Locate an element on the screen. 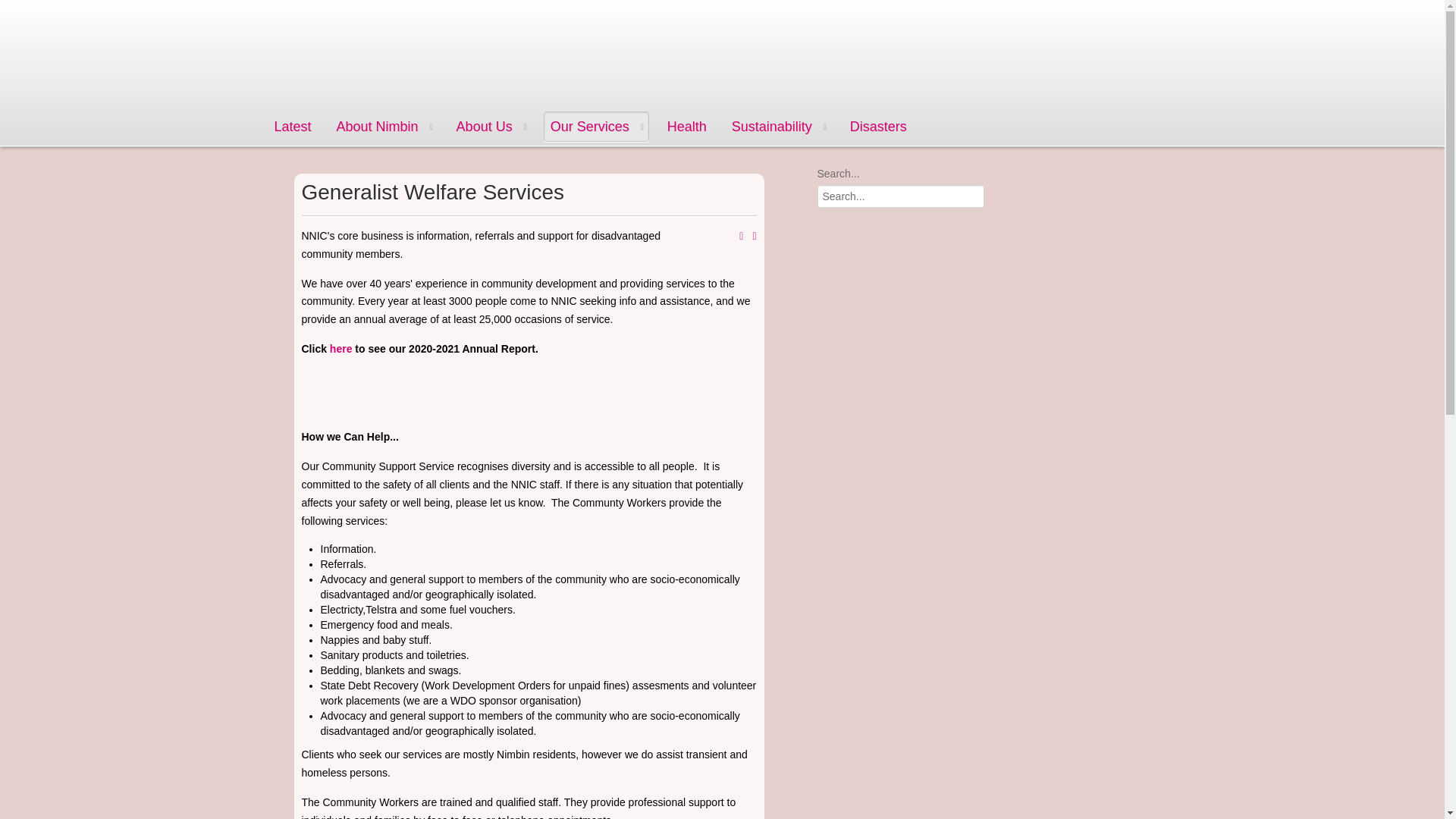  'Print' is located at coordinates (741, 236).